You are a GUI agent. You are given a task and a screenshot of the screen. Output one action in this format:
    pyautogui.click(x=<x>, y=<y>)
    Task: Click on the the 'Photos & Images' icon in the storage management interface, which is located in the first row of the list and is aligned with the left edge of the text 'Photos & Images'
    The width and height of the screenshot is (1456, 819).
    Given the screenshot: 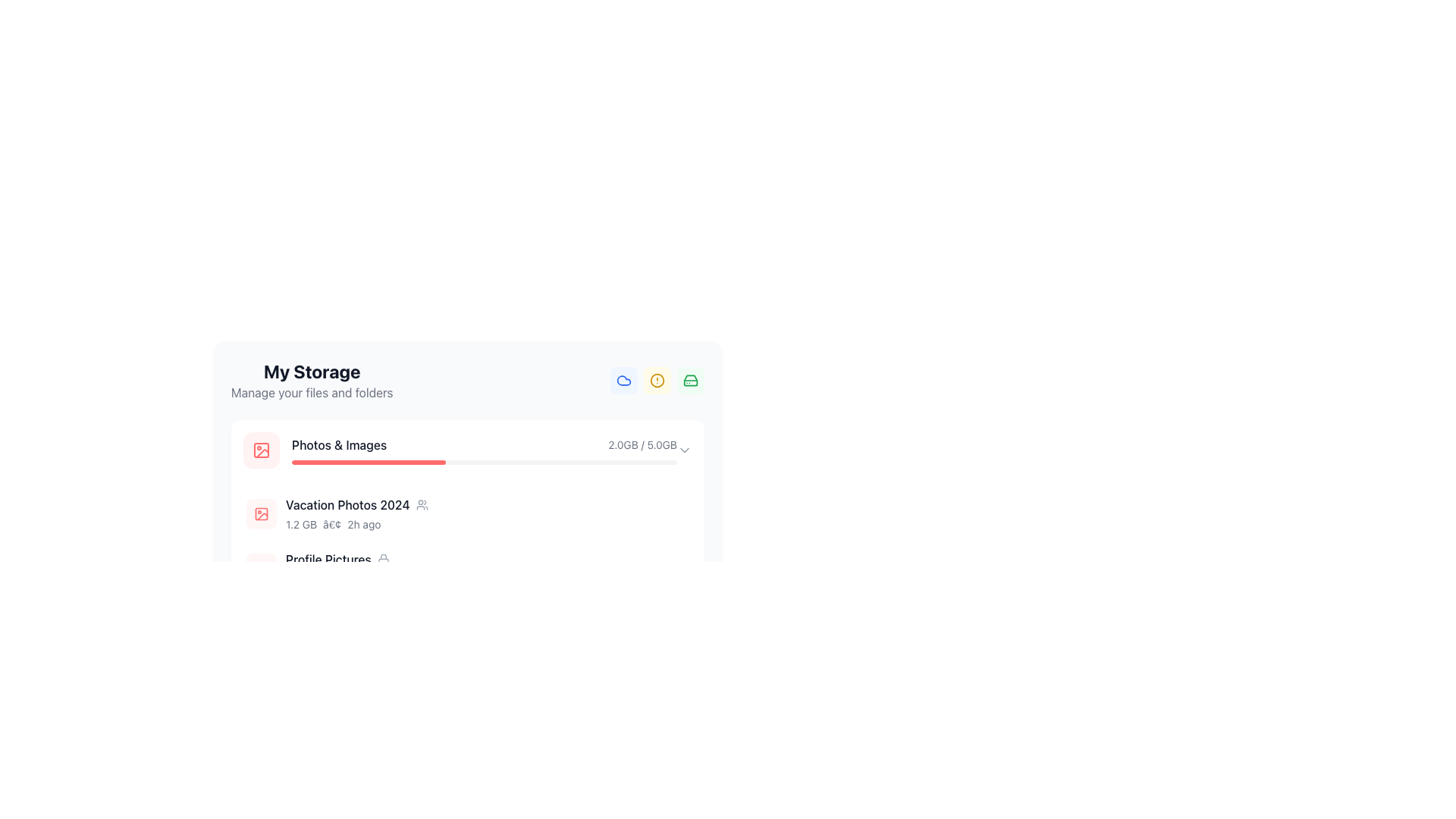 What is the action you would take?
    pyautogui.click(x=262, y=450)
    